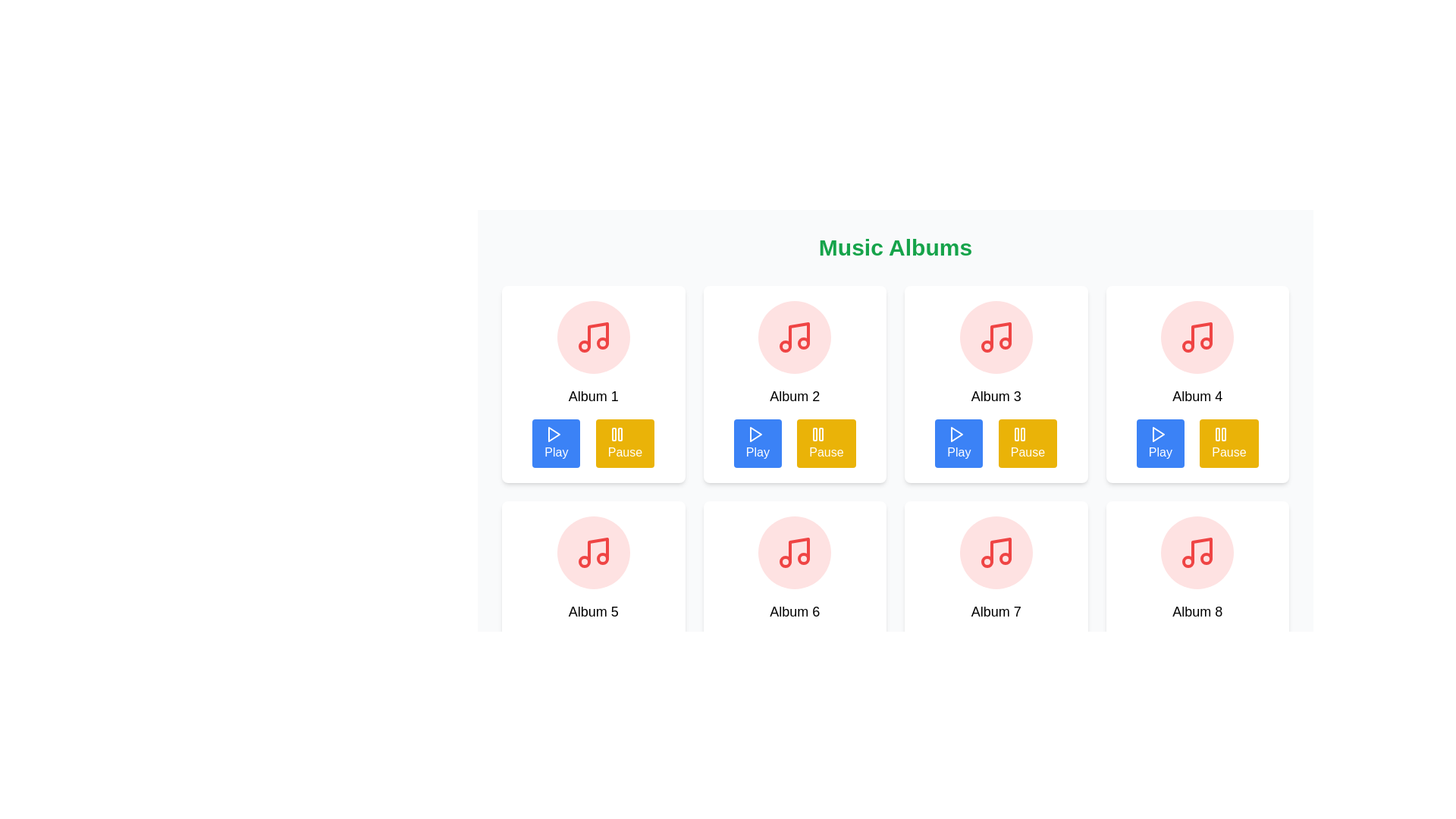  What do you see at coordinates (958, 444) in the screenshot?
I see `the blue rectangular 'Play' button with rounded corners located under the 'Album 3' section` at bounding box center [958, 444].